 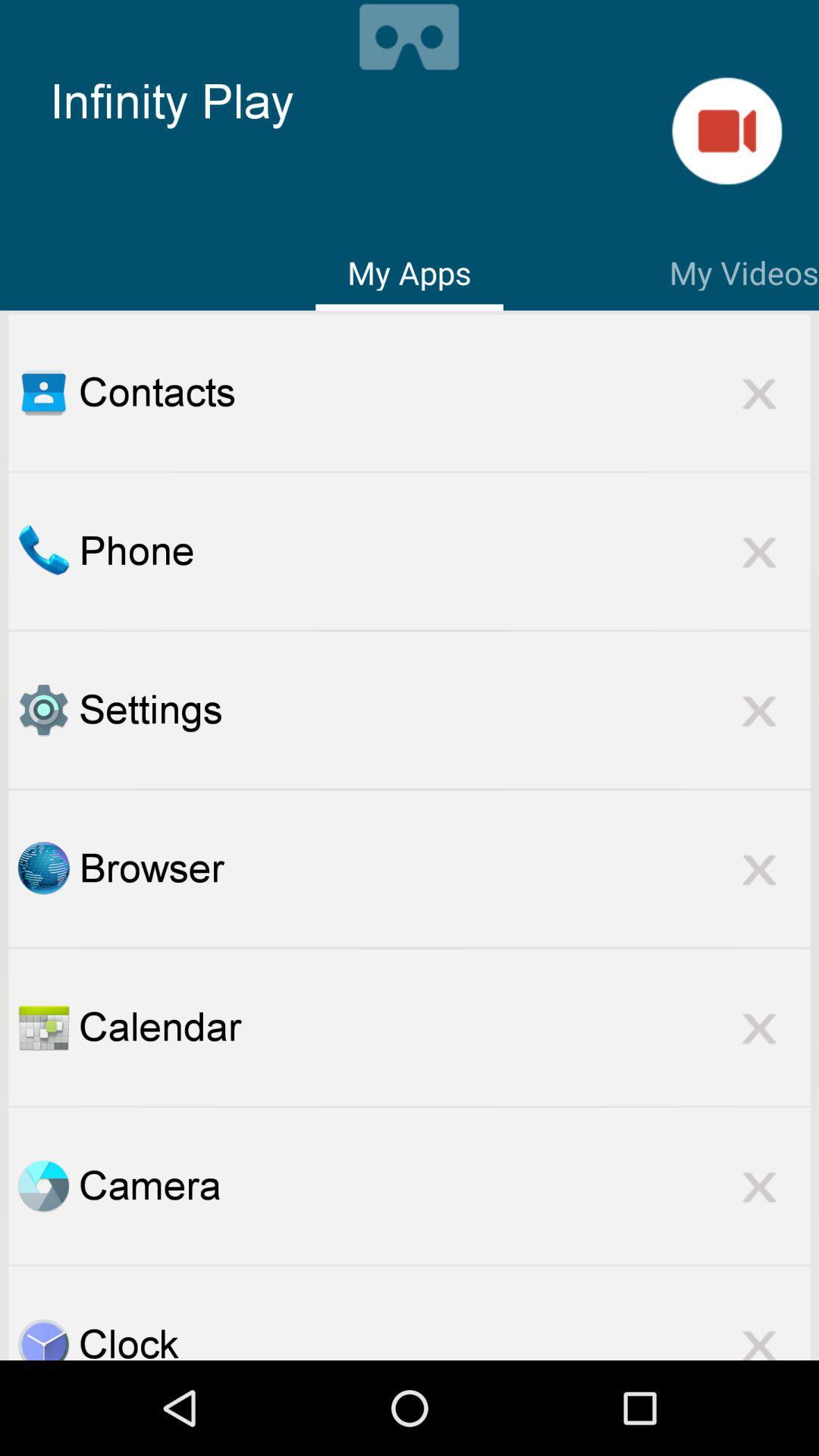 I want to click on phone icon, so click(x=444, y=550).